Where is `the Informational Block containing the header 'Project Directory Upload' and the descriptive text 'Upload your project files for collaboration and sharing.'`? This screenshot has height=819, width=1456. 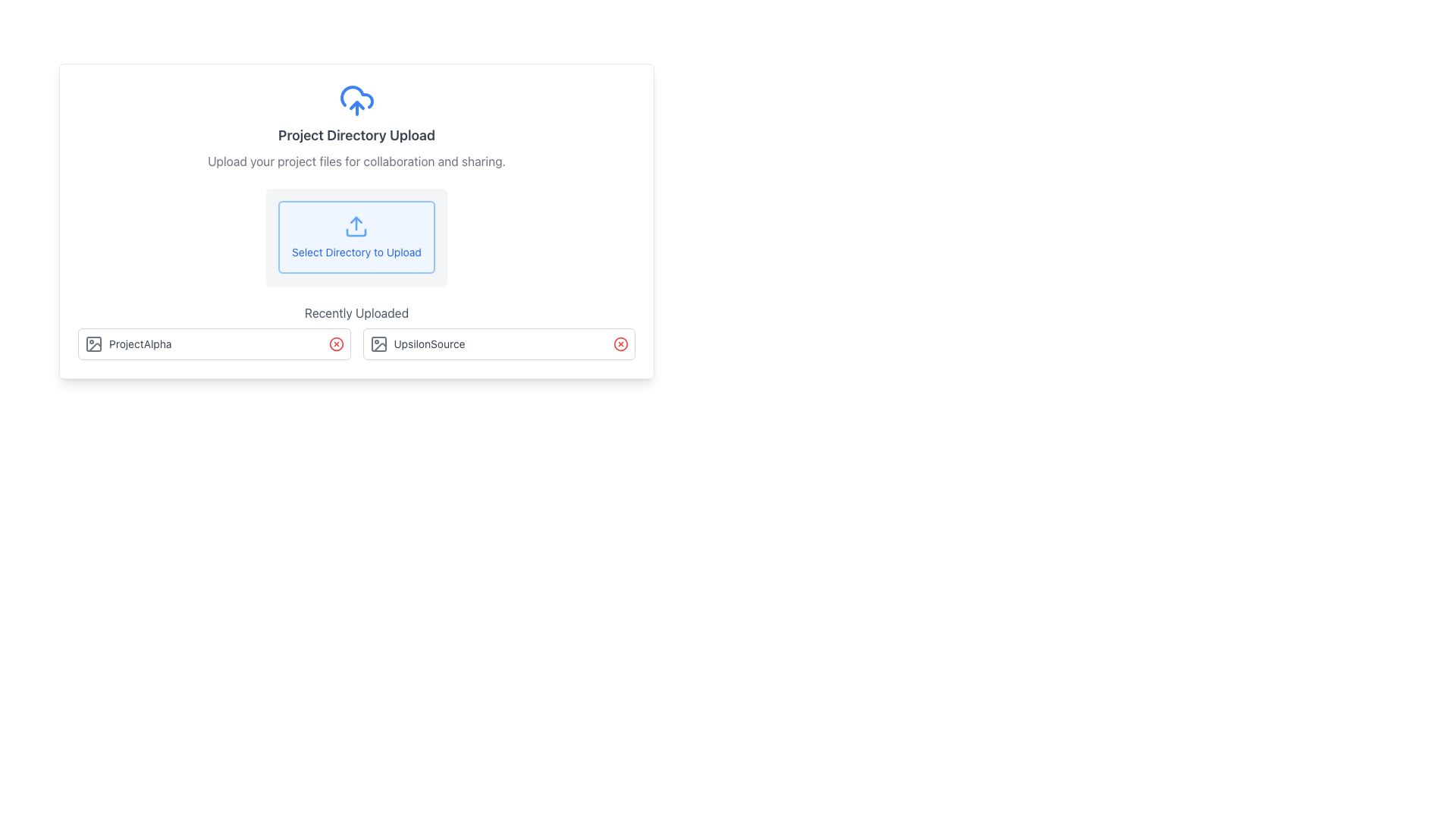
the Informational Block containing the header 'Project Directory Upload' and the descriptive text 'Upload your project files for collaboration and sharing.' is located at coordinates (356, 125).